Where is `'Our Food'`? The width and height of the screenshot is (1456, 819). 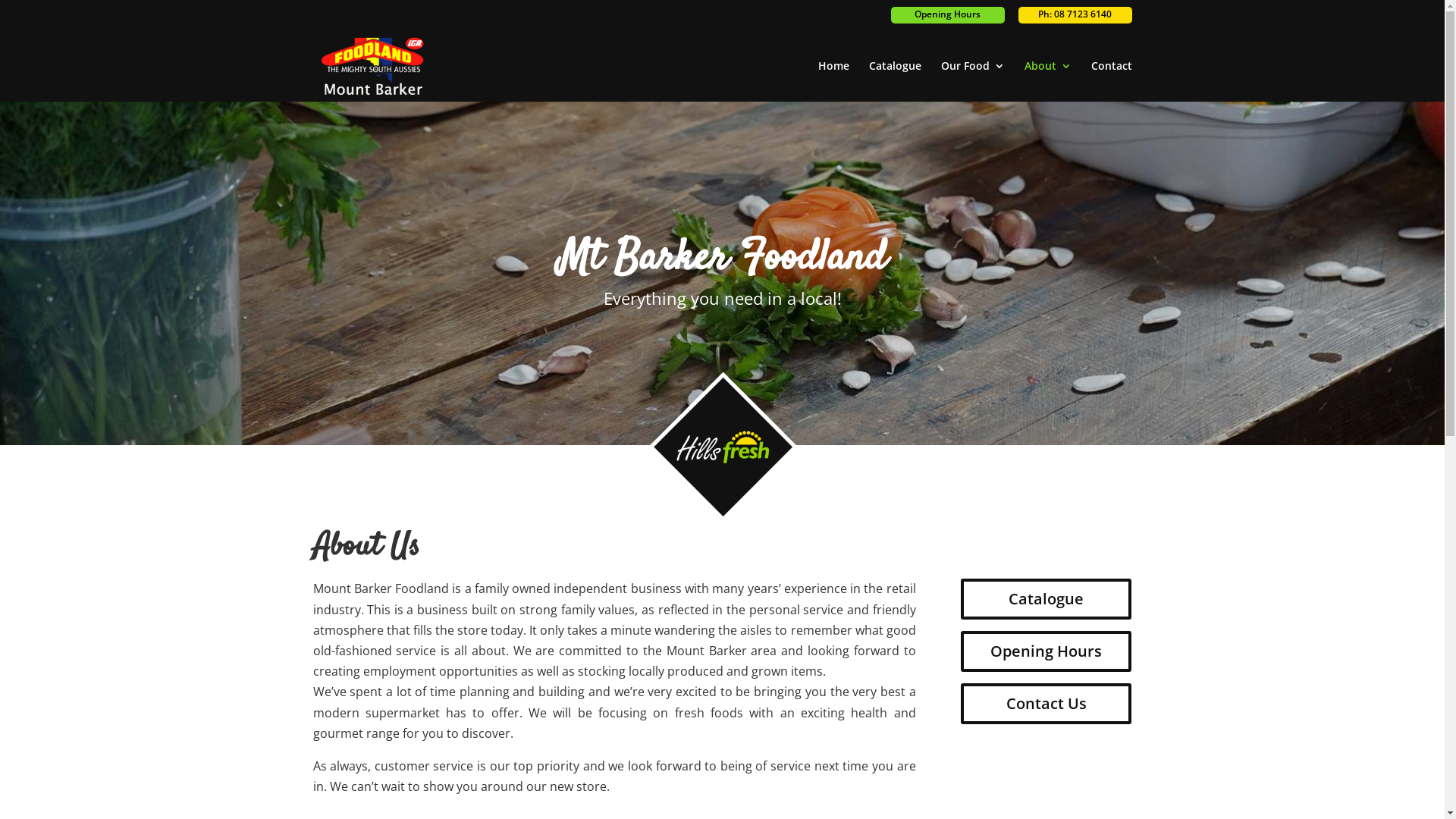 'Our Food' is located at coordinates (971, 81).